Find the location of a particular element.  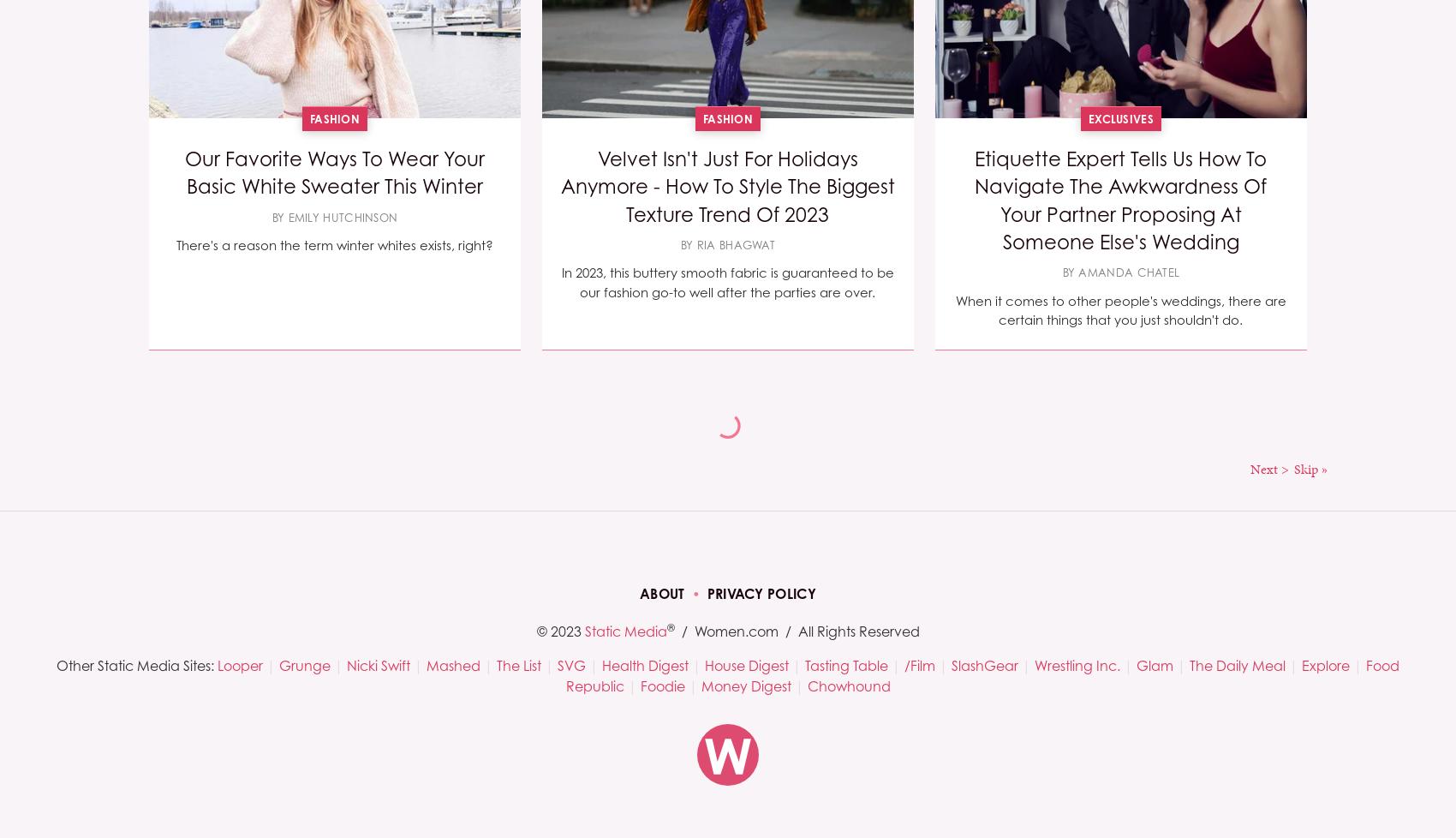

'Why You Should Never Mix Up The Order Of Your Skincare' is located at coordinates (725, 632).